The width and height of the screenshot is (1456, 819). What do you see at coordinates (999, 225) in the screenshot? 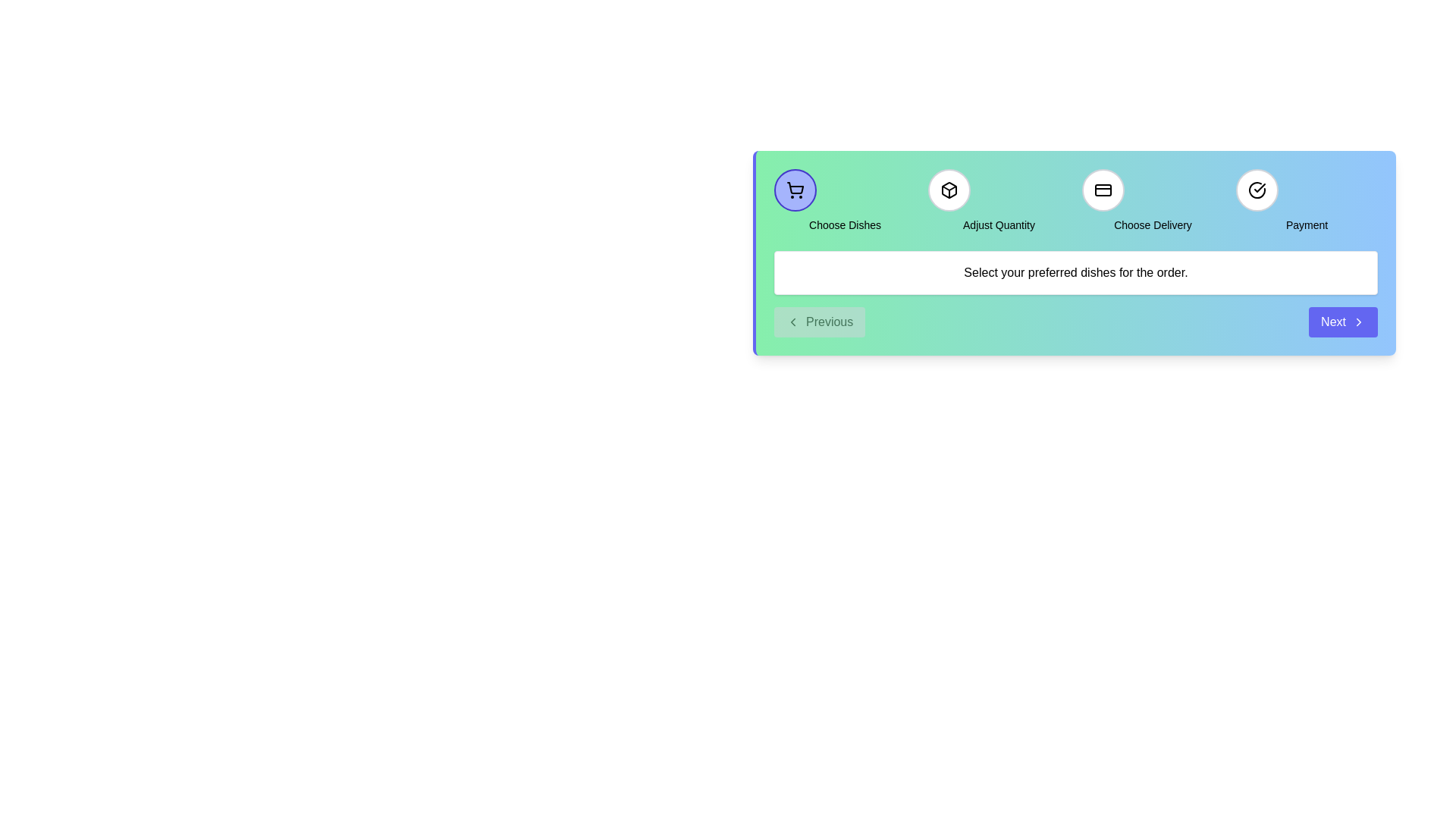
I see `the 'Adjust Quantity' text label` at bounding box center [999, 225].